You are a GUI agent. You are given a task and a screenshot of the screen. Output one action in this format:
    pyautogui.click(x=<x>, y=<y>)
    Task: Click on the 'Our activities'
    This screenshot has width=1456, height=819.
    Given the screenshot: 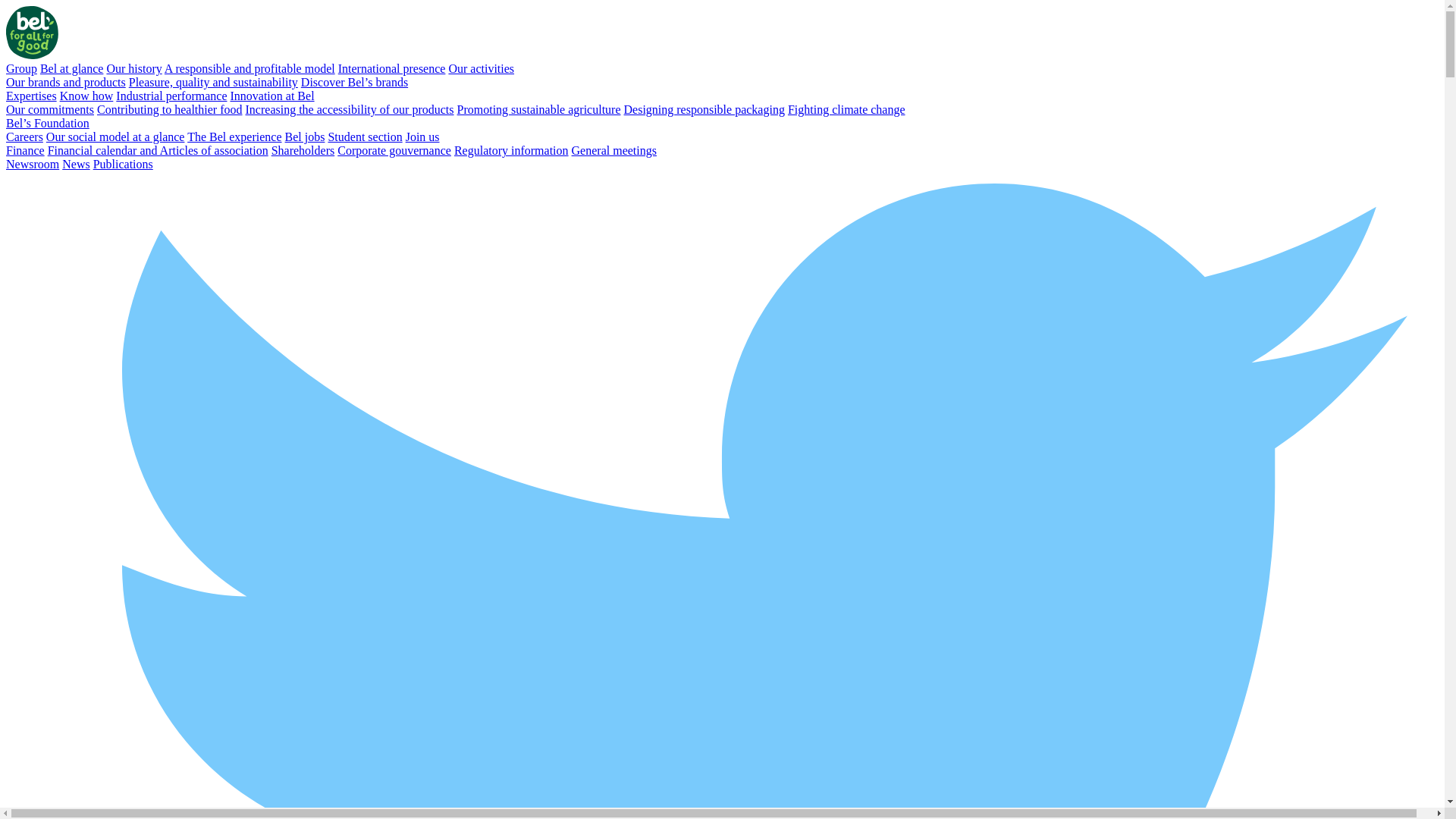 What is the action you would take?
    pyautogui.click(x=480, y=68)
    